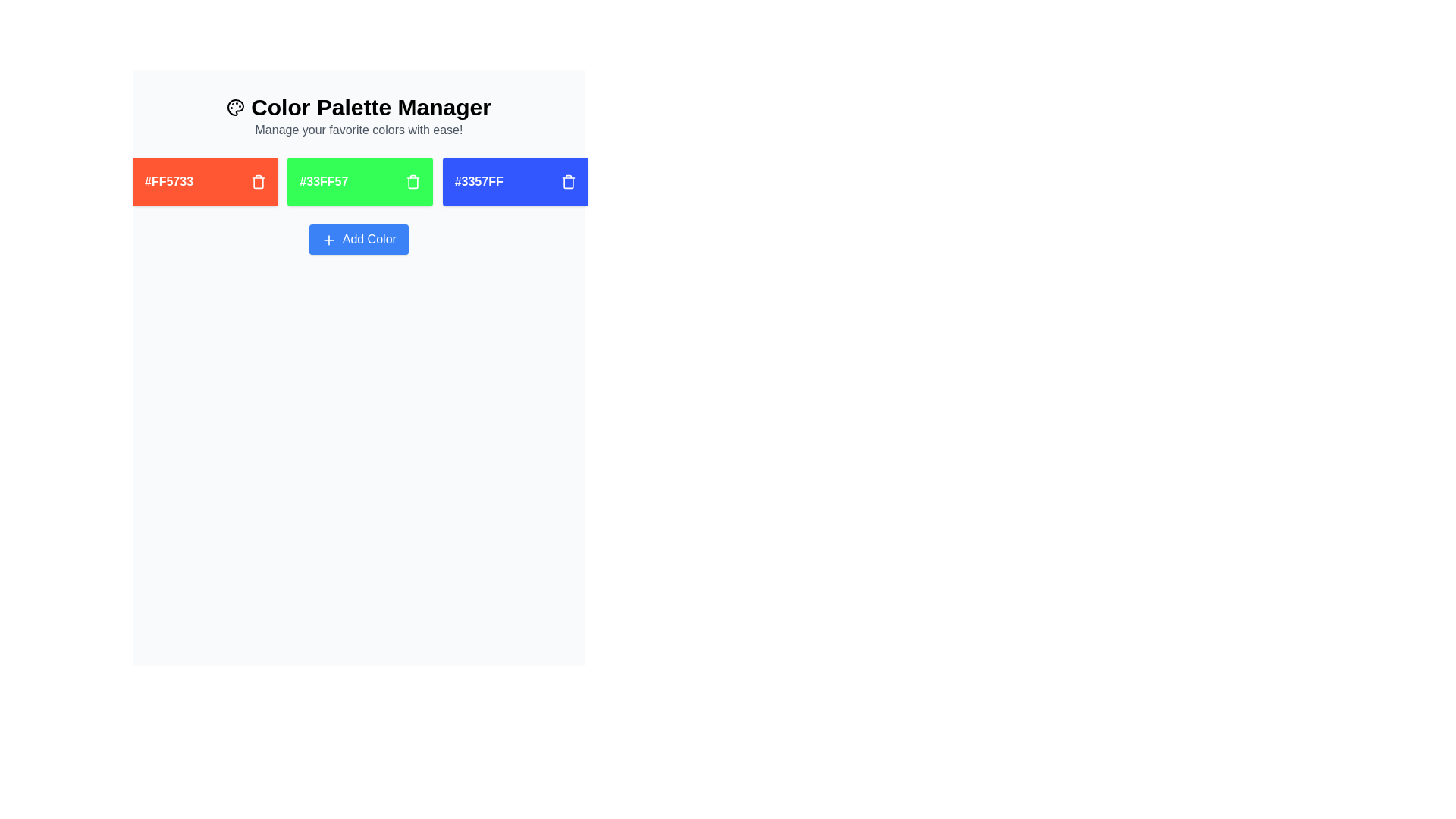  What do you see at coordinates (358, 180) in the screenshot?
I see `the color card in the color palette manager, which is located between the red card labeled '#FF5733' and the blue card labeled '#3357FF'` at bounding box center [358, 180].